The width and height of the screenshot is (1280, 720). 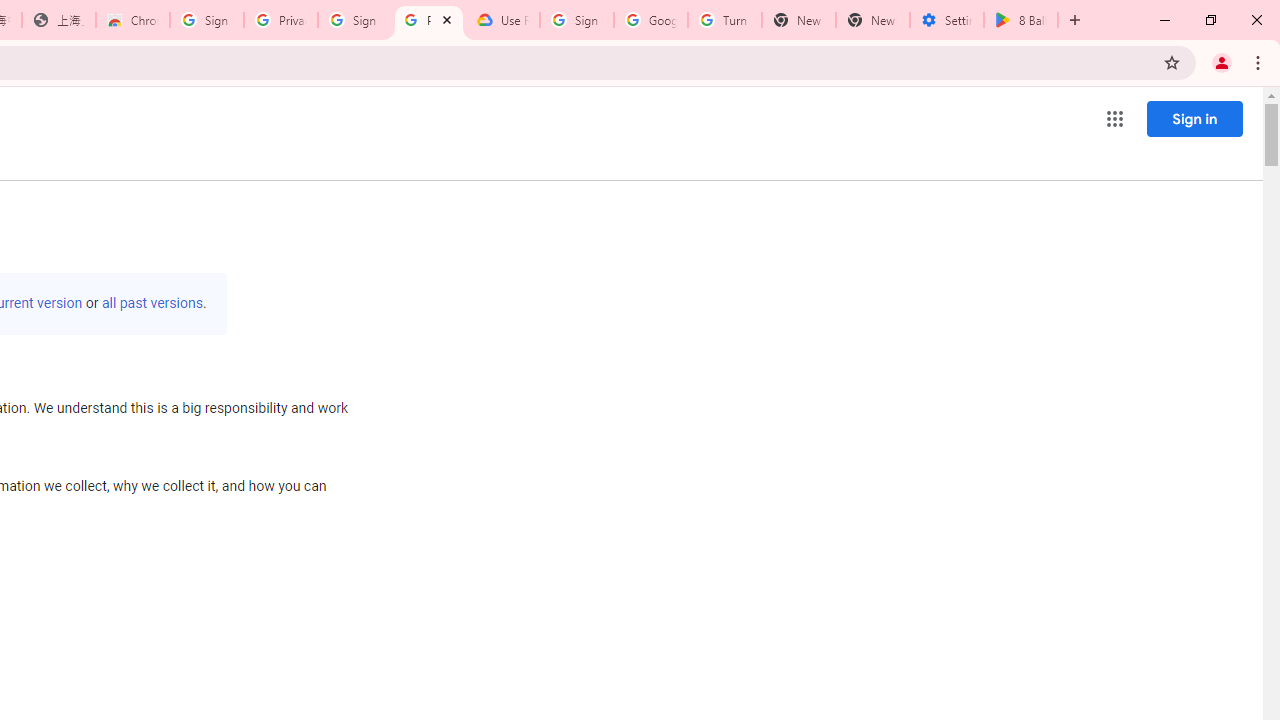 I want to click on 'Settings - System', so click(x=946, y=20).